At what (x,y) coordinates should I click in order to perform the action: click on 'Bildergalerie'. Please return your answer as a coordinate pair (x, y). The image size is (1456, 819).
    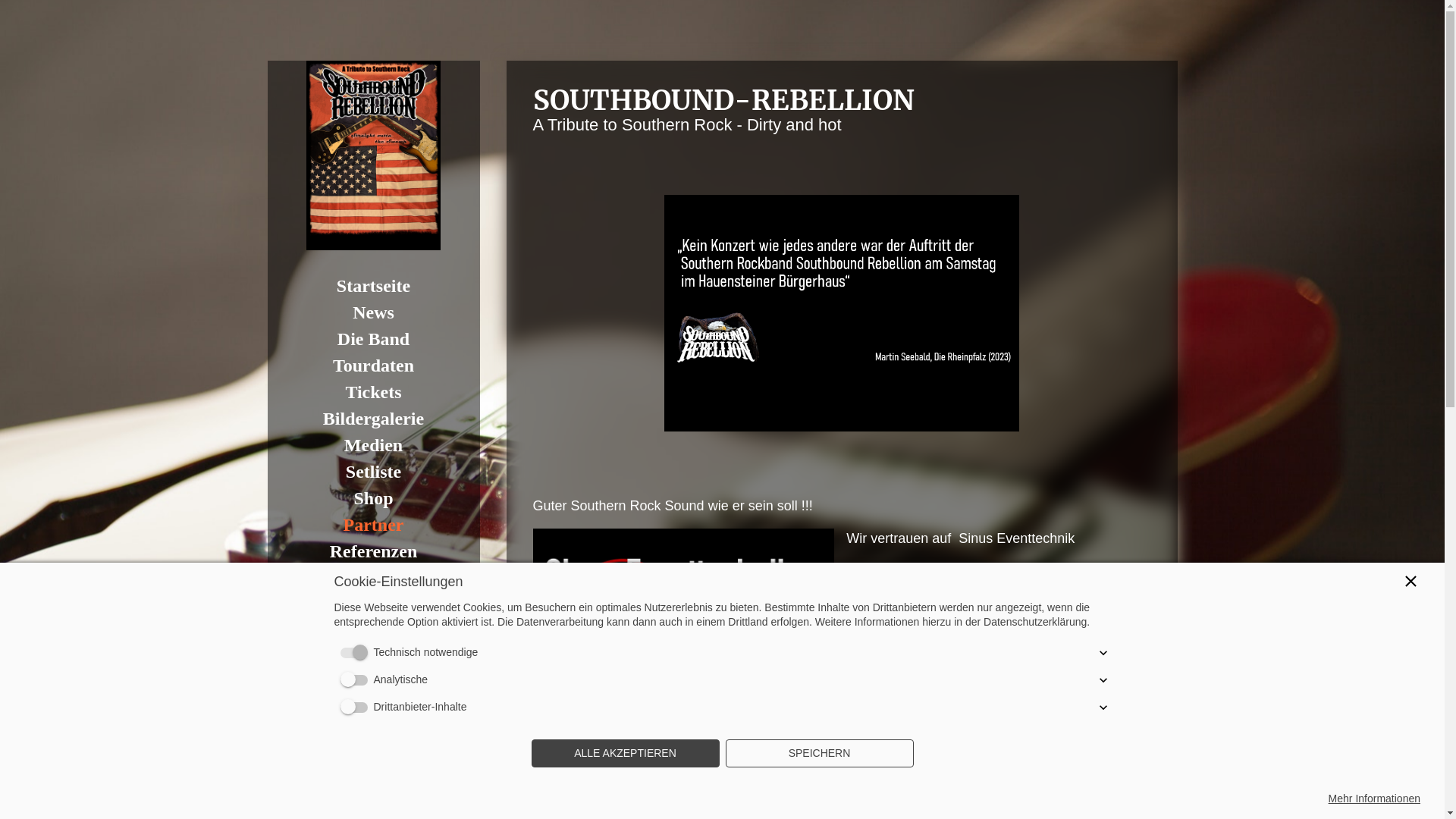
    Looking at the image, I should click on (372, 419).